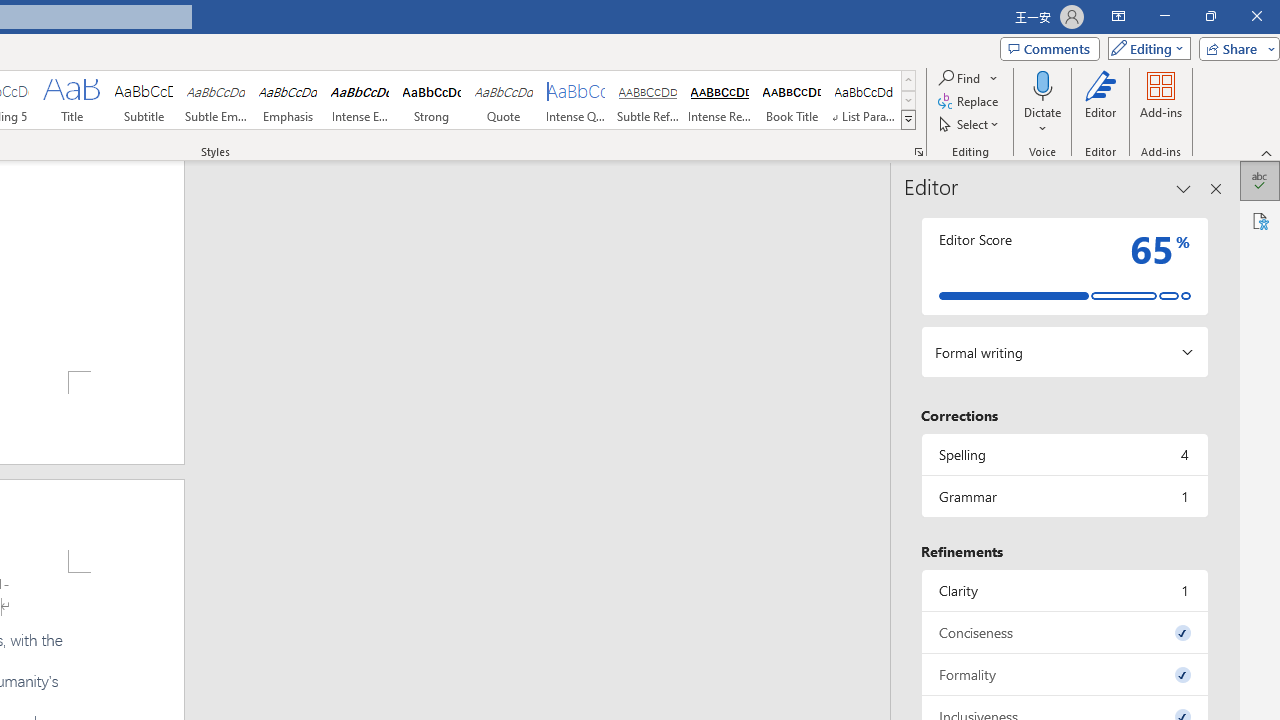 The width and height of the screenshot is (1280, 720). Describe the element at coordinates (918, 150) in the screenshot. I see `'Styles...'` at that location.